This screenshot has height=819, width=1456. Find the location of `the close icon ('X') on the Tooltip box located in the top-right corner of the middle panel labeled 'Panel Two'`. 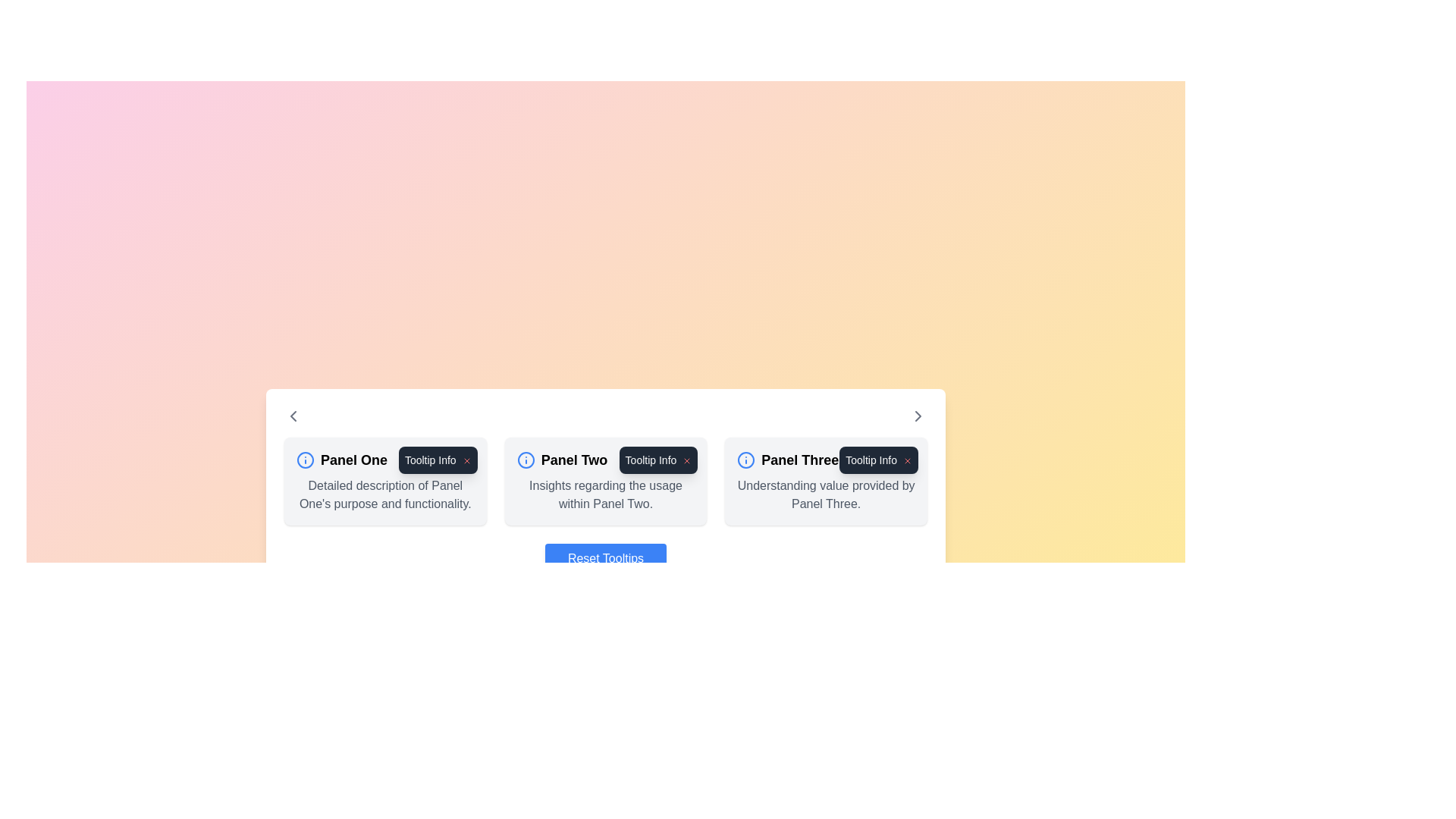

the close icon ('X') on the Tooltip box located in the top-right corner of the middle panel labeled 'Panel Two' is located at coordinates (658, 459).